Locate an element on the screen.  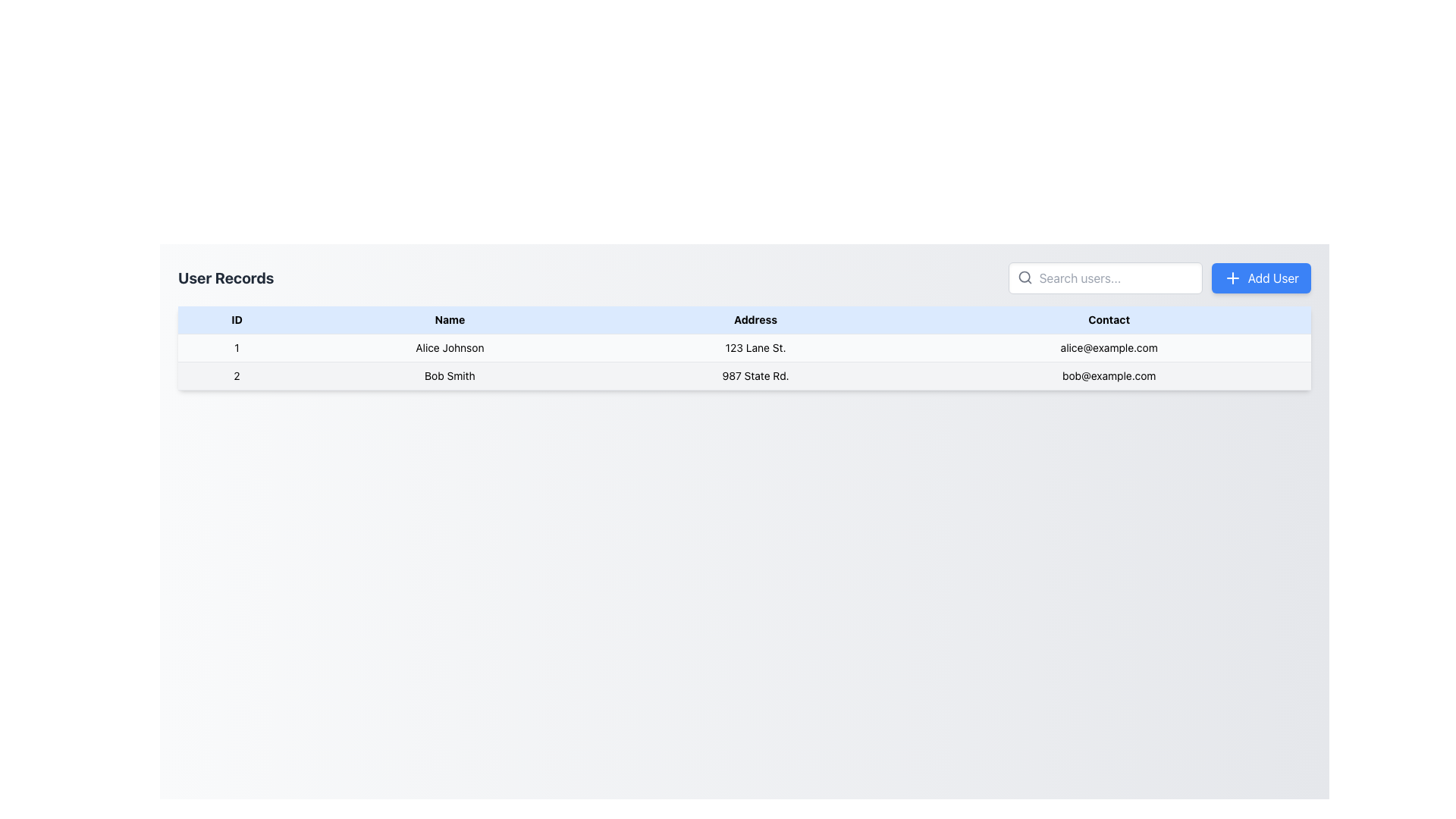
the Text Label displaying the user's name in the second row and second column of the record table, which is located below 'Alice Johnson' and before '987 State Rd.' is located at coordinates (449, 375).